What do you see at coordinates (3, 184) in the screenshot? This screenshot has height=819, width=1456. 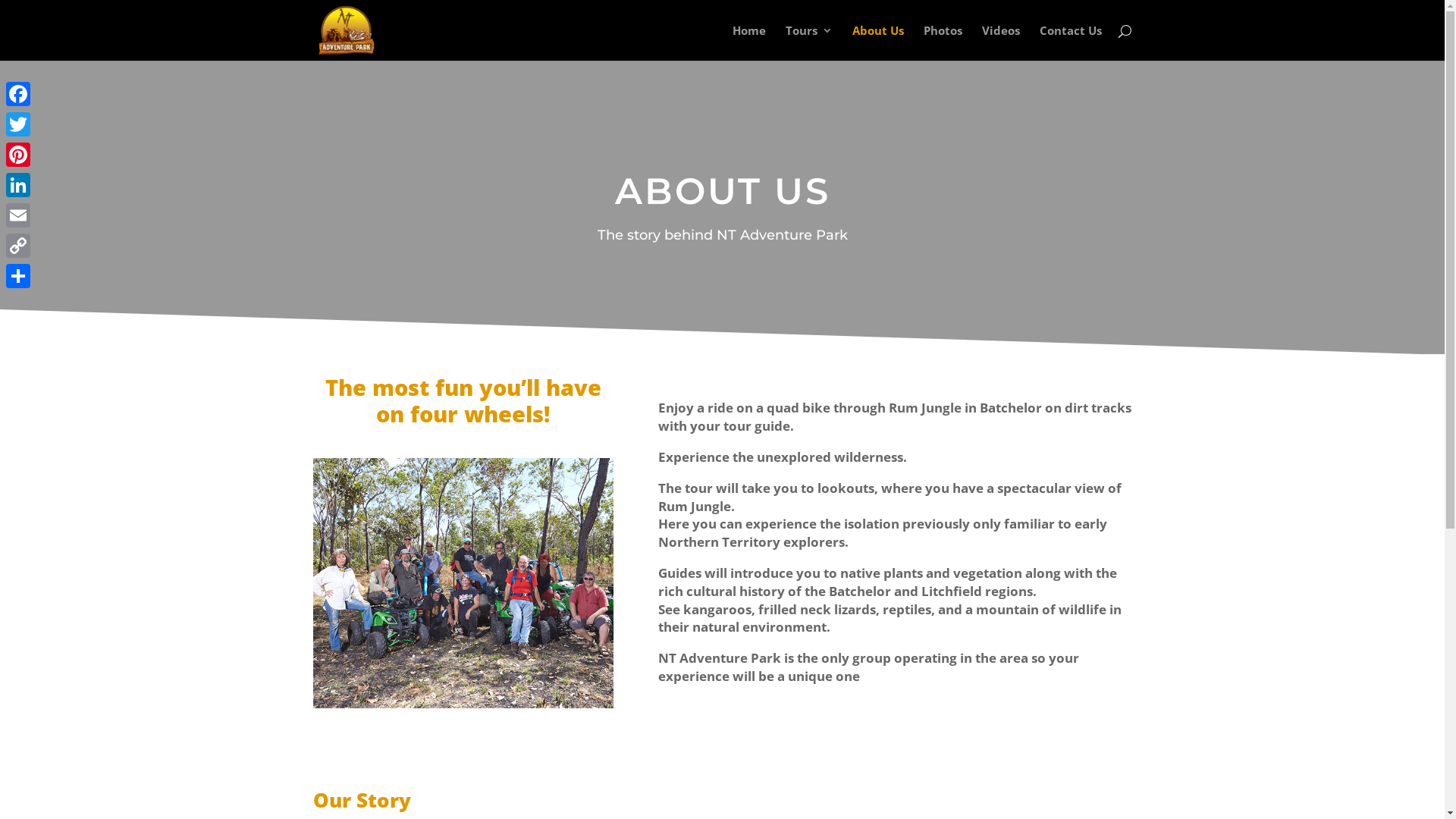 I see `'LinkedIn'` at bounding box center [3, 184].